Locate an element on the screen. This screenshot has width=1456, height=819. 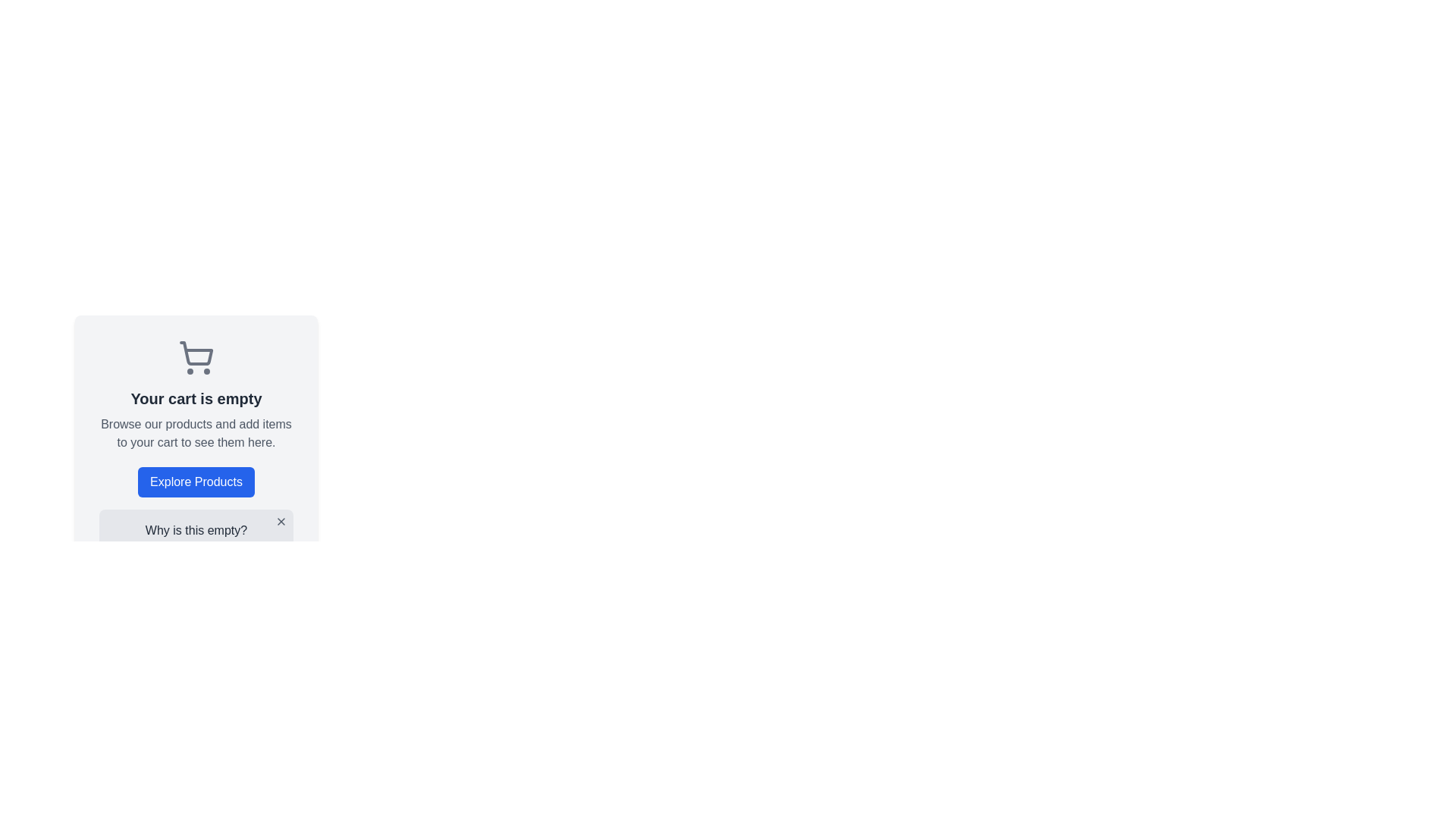
informational message box displaying the text 'Why is this empty?' and 'Your cart is empty because you have not added any items yet.' is located at coordinates (196, 546).